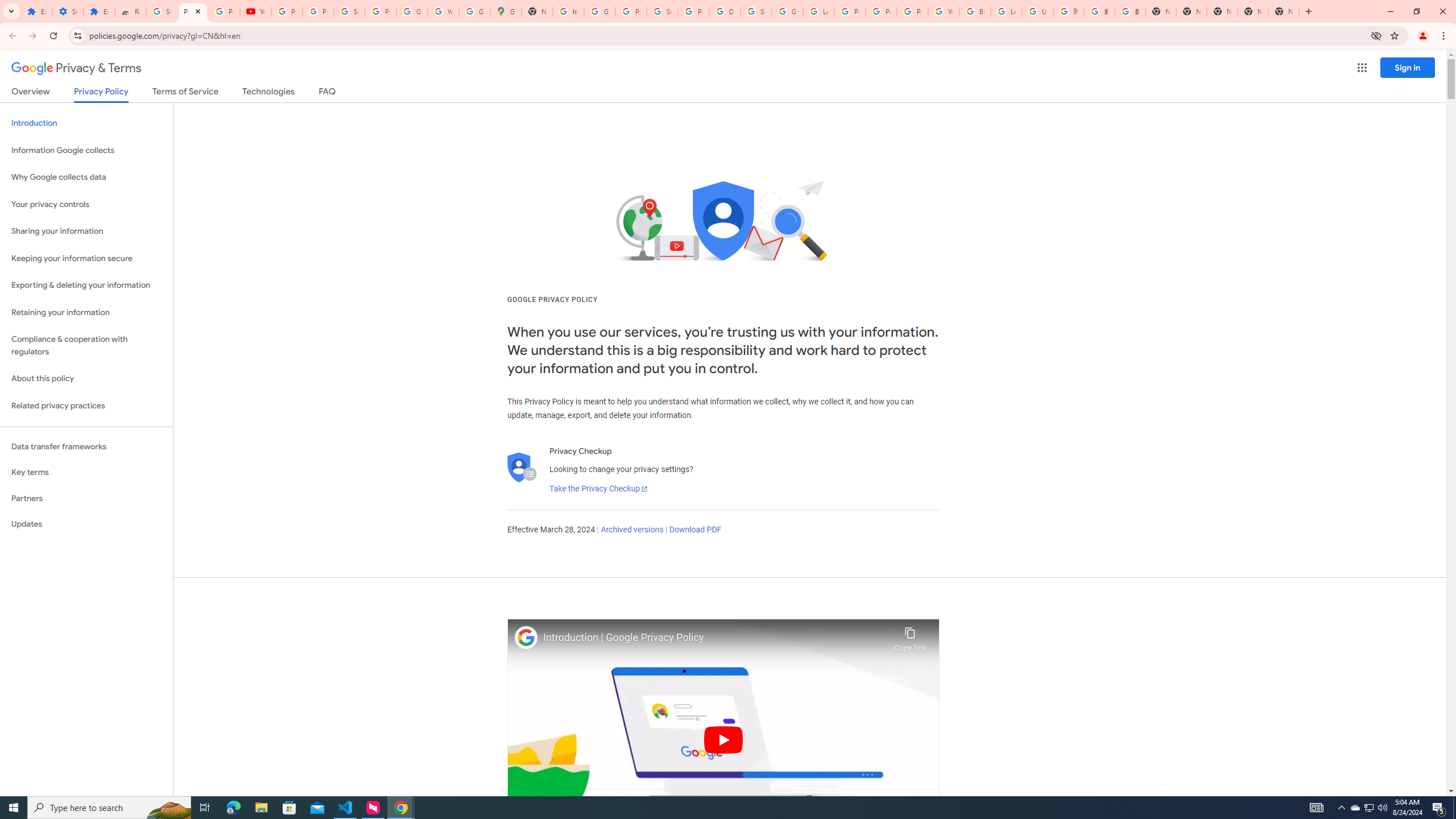  Describe the element at coordinates (86, 176) in the screenshot. I see `'Why Google collects data'` at that location.